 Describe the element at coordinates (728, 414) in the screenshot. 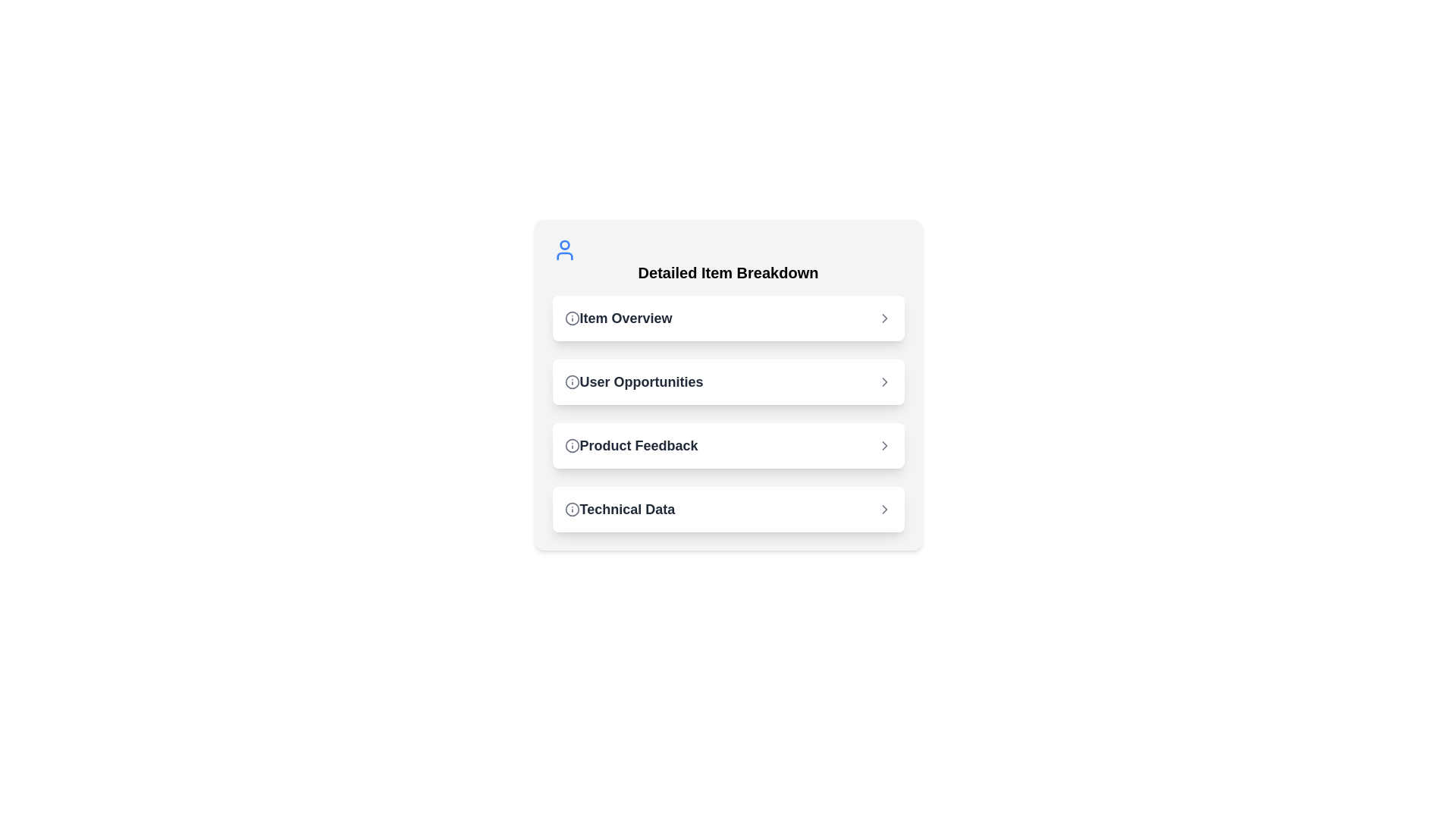

I see `the second list item in the vertical menu labeled 'Detailed Item Breakdown'` at that location.